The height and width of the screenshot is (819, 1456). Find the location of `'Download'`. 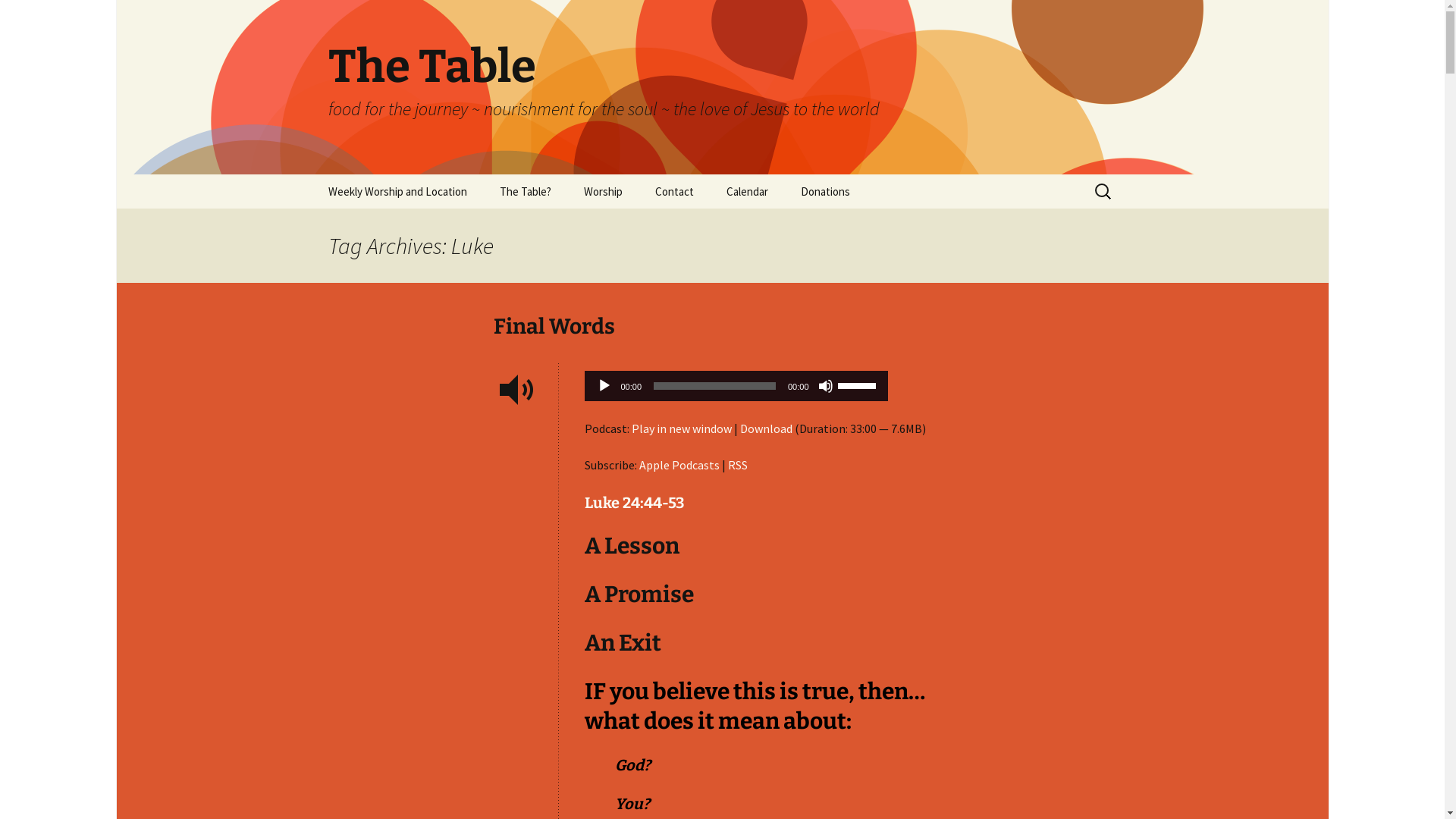

'Download' is located at coordinates (739, 428).